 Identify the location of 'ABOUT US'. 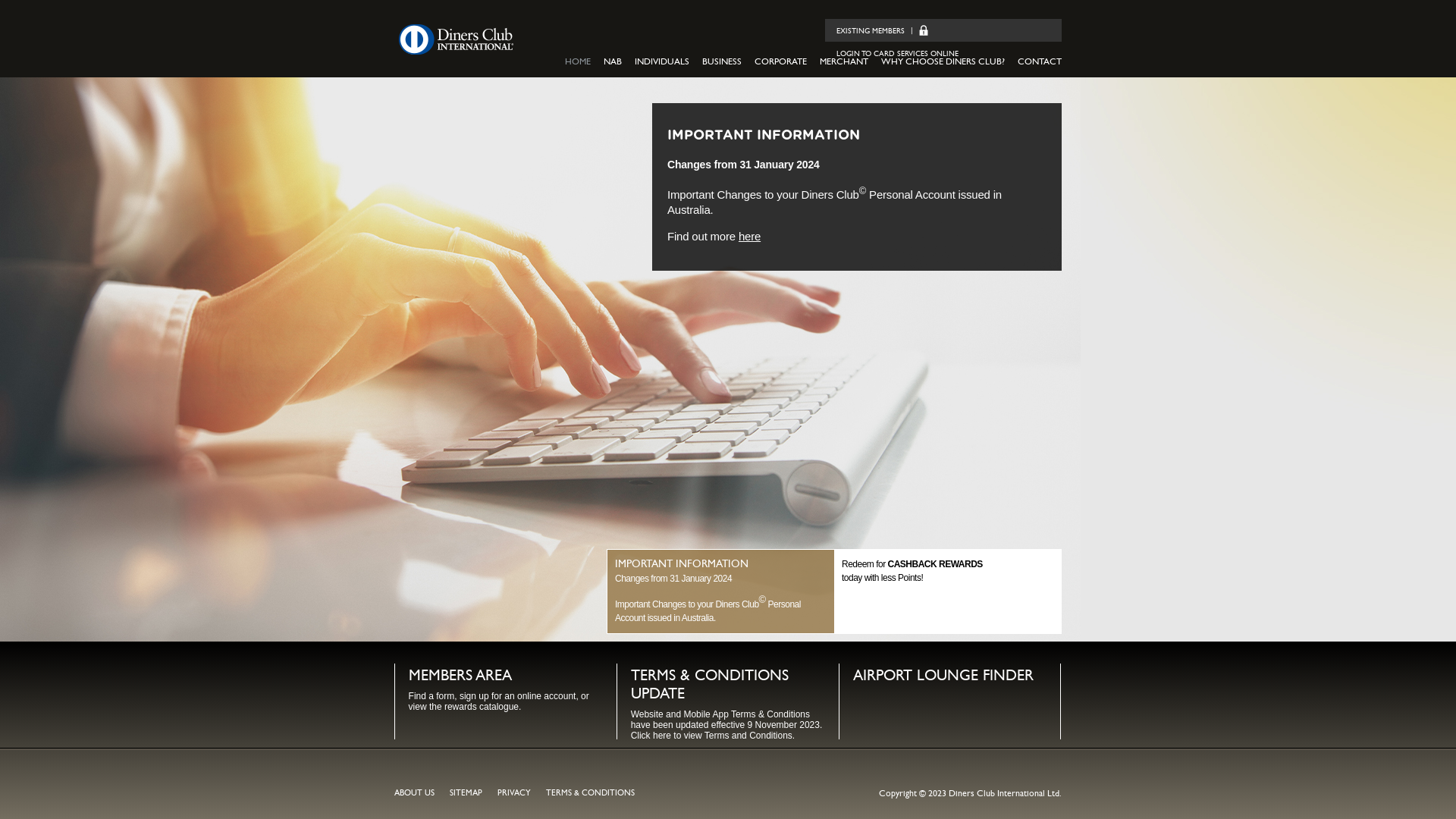
(414, 792).